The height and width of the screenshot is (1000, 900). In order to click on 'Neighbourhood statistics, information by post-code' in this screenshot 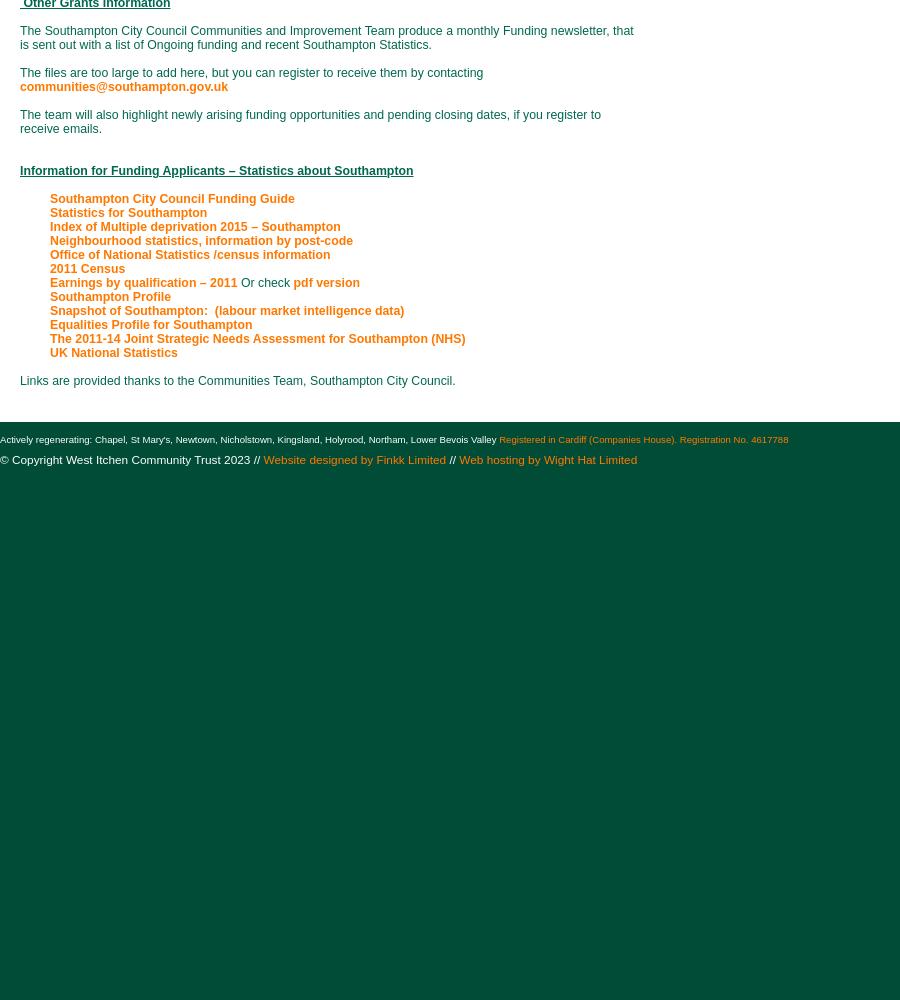, I will do `click(201, 240)`.